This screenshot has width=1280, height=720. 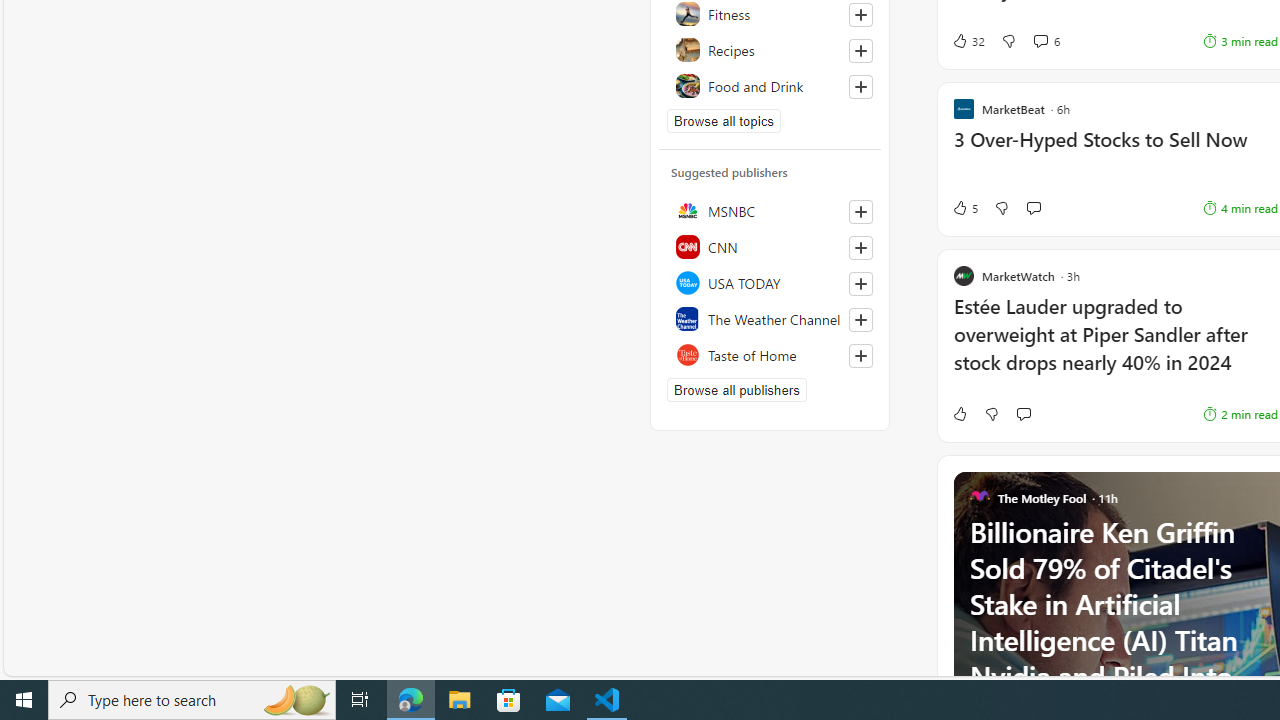 I want to click on 'View comments 6 Comment', so click(x=1044, y=41).